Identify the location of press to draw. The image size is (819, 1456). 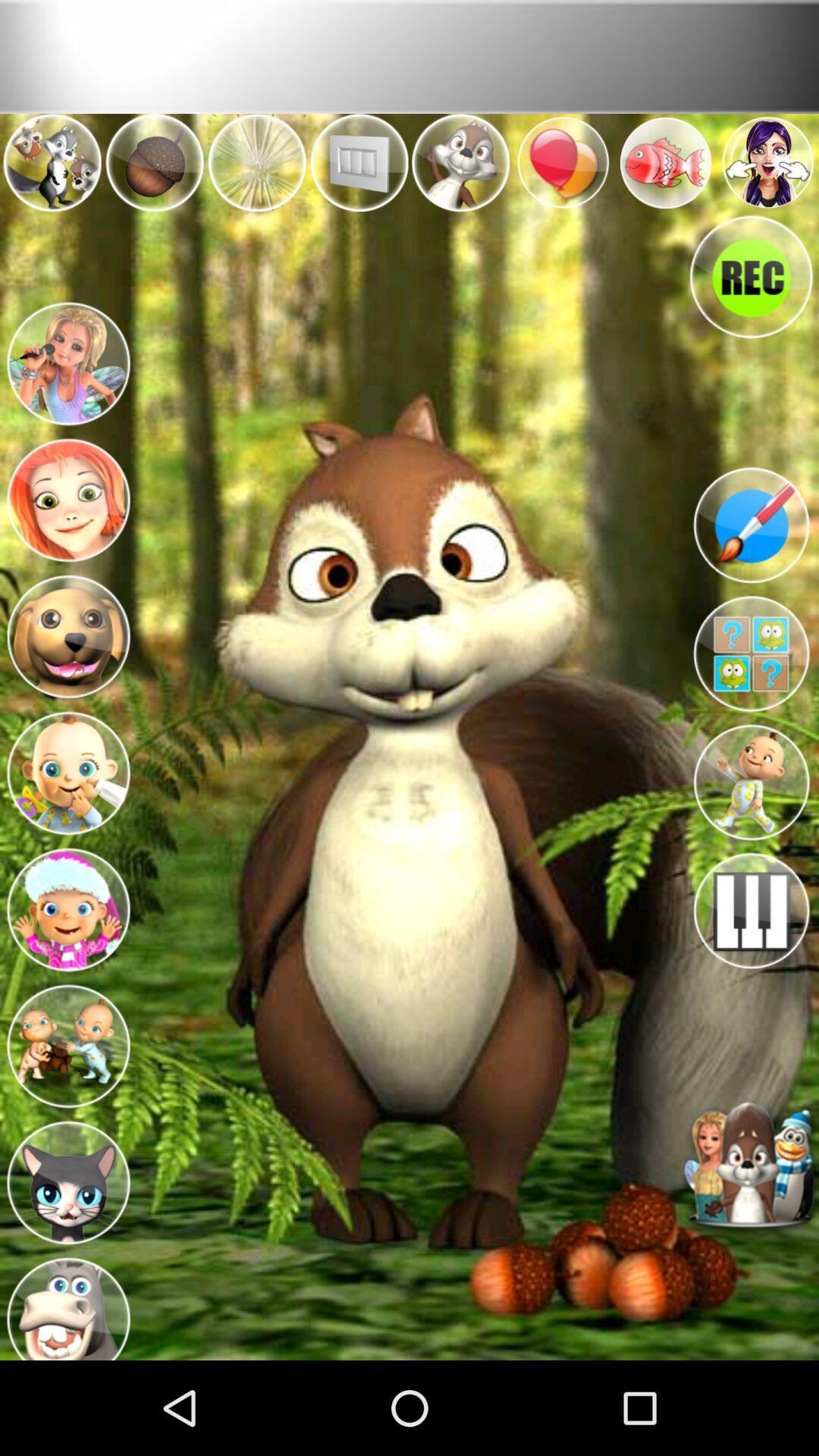
(751, 525).